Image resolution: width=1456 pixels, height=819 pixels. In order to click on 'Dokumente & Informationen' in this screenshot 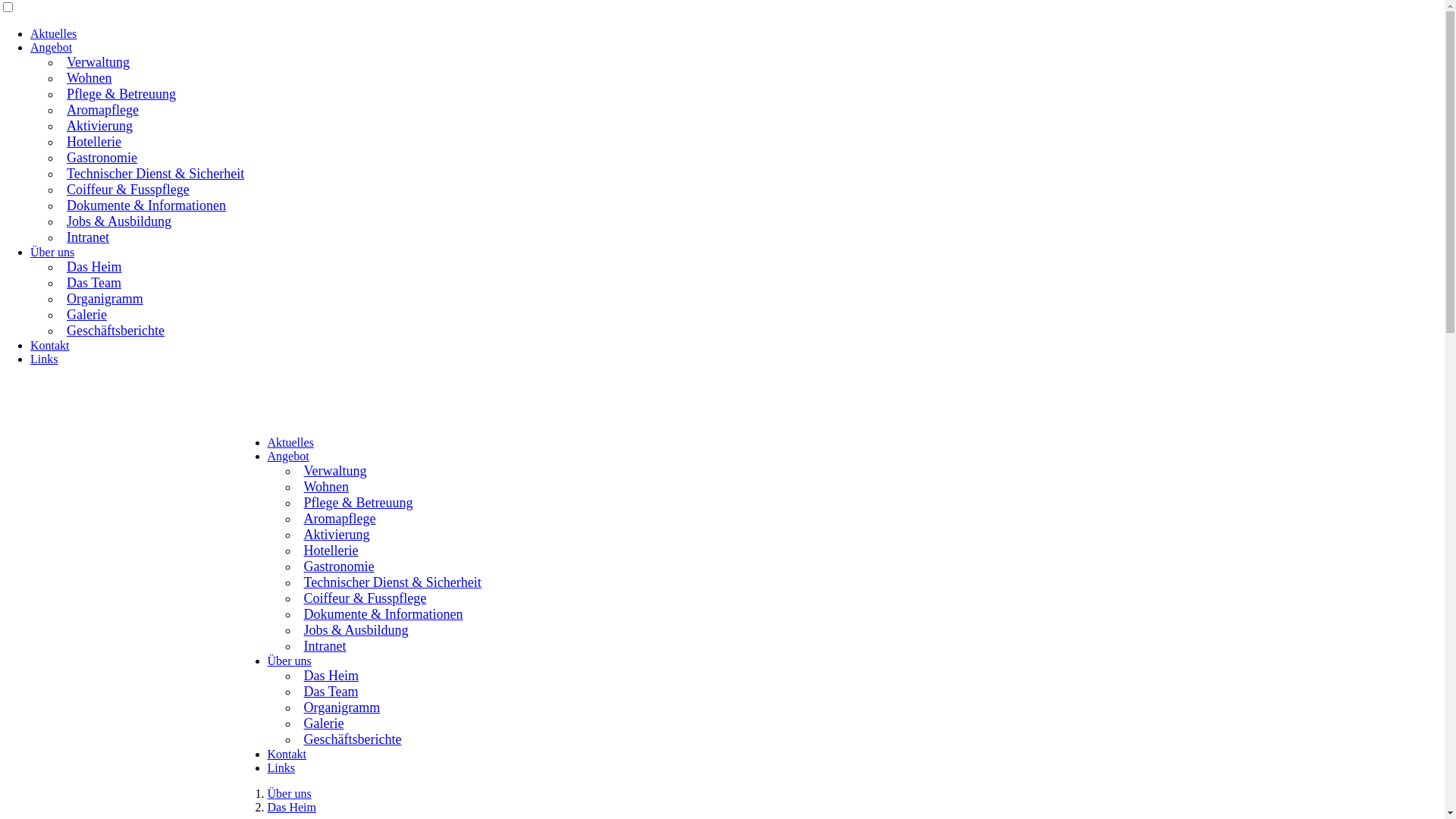, I will do `click(145, 203)`.